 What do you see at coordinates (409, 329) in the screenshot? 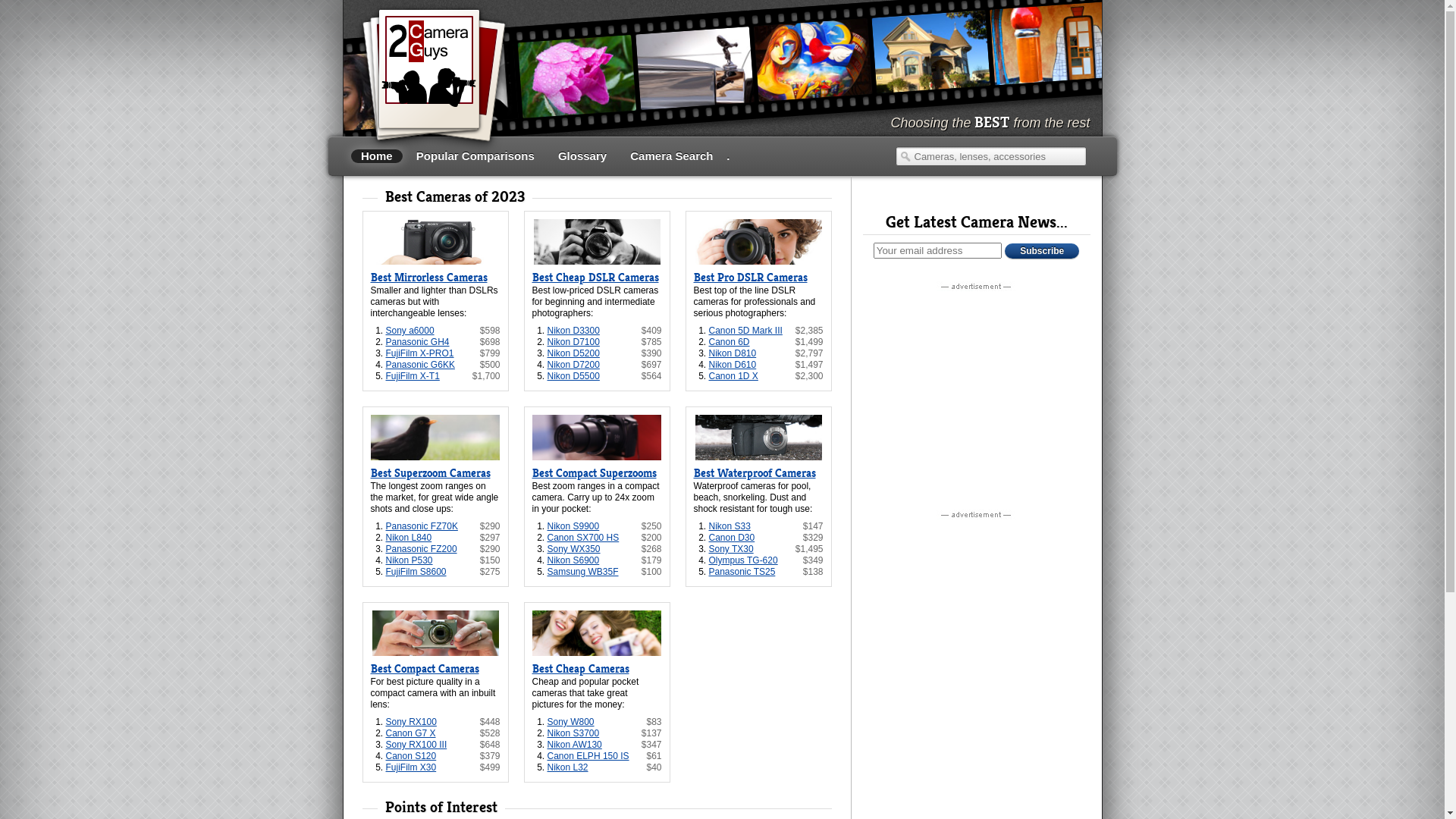
I see `'Sony a6000'` at bounding box center [409, 329].